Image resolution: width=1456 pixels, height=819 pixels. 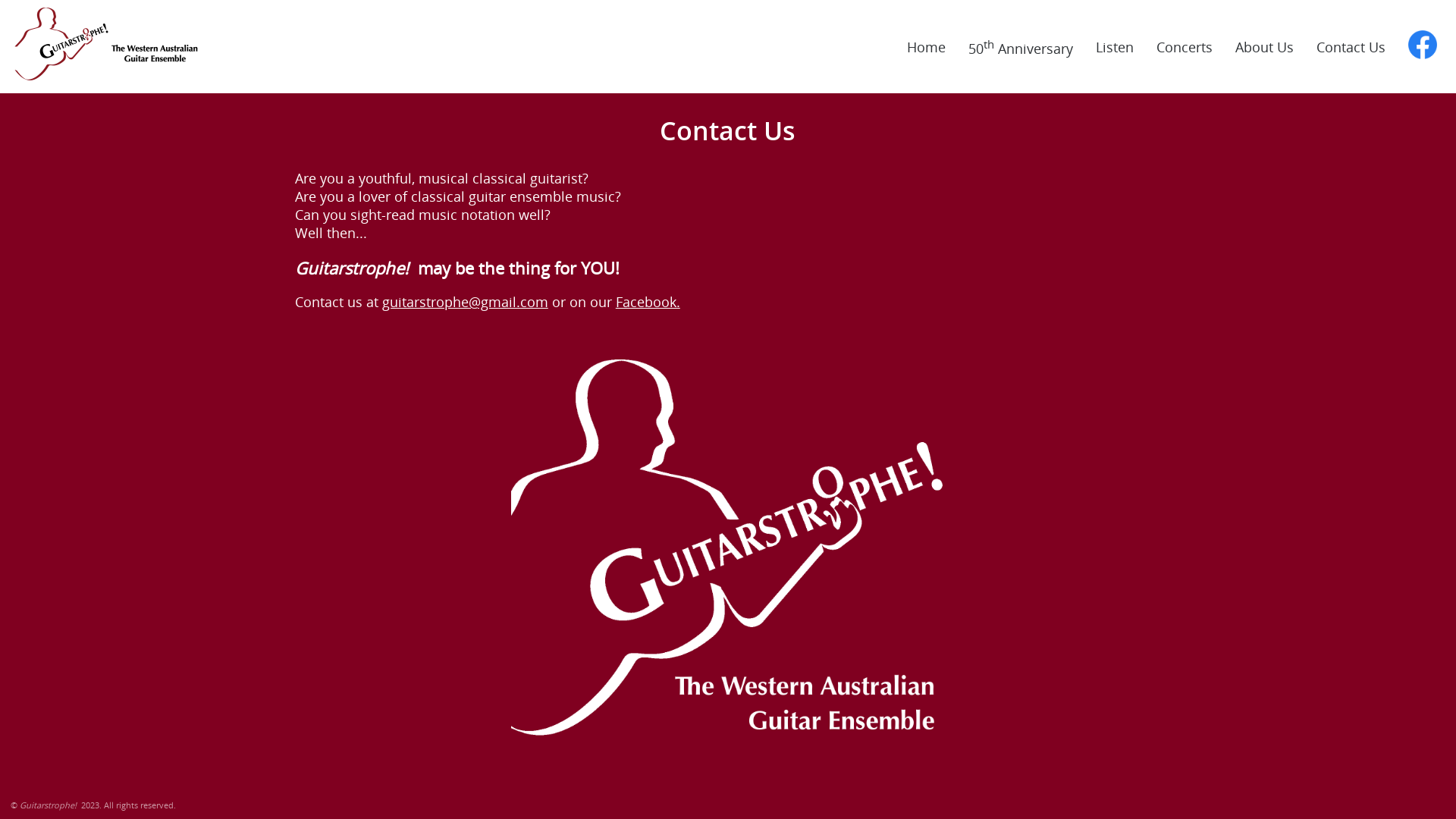 I want to click on 'Listen', so click(x=1114, y=45).